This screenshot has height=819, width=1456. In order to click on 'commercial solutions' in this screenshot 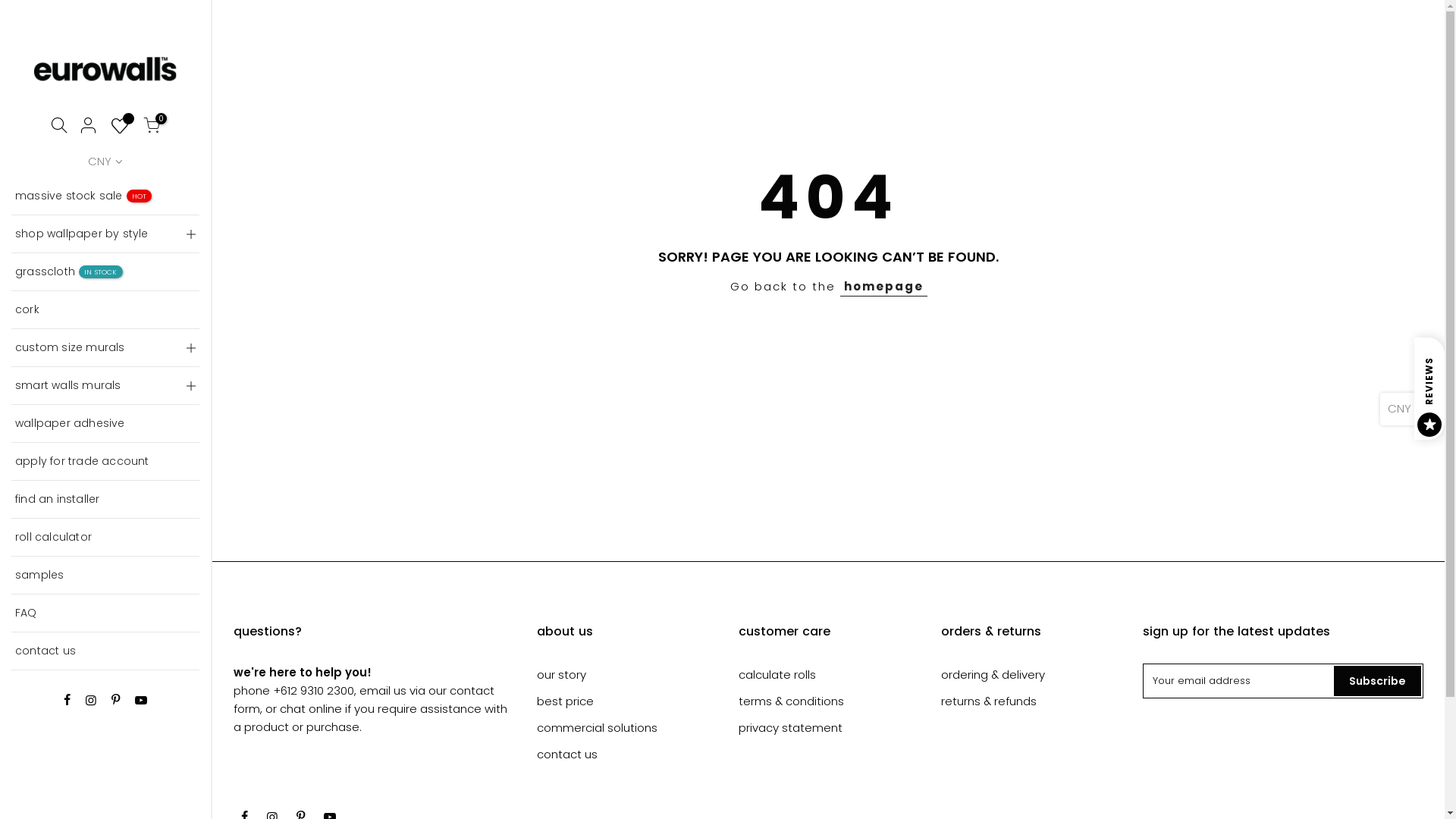, I will do `click(596, 726)`.